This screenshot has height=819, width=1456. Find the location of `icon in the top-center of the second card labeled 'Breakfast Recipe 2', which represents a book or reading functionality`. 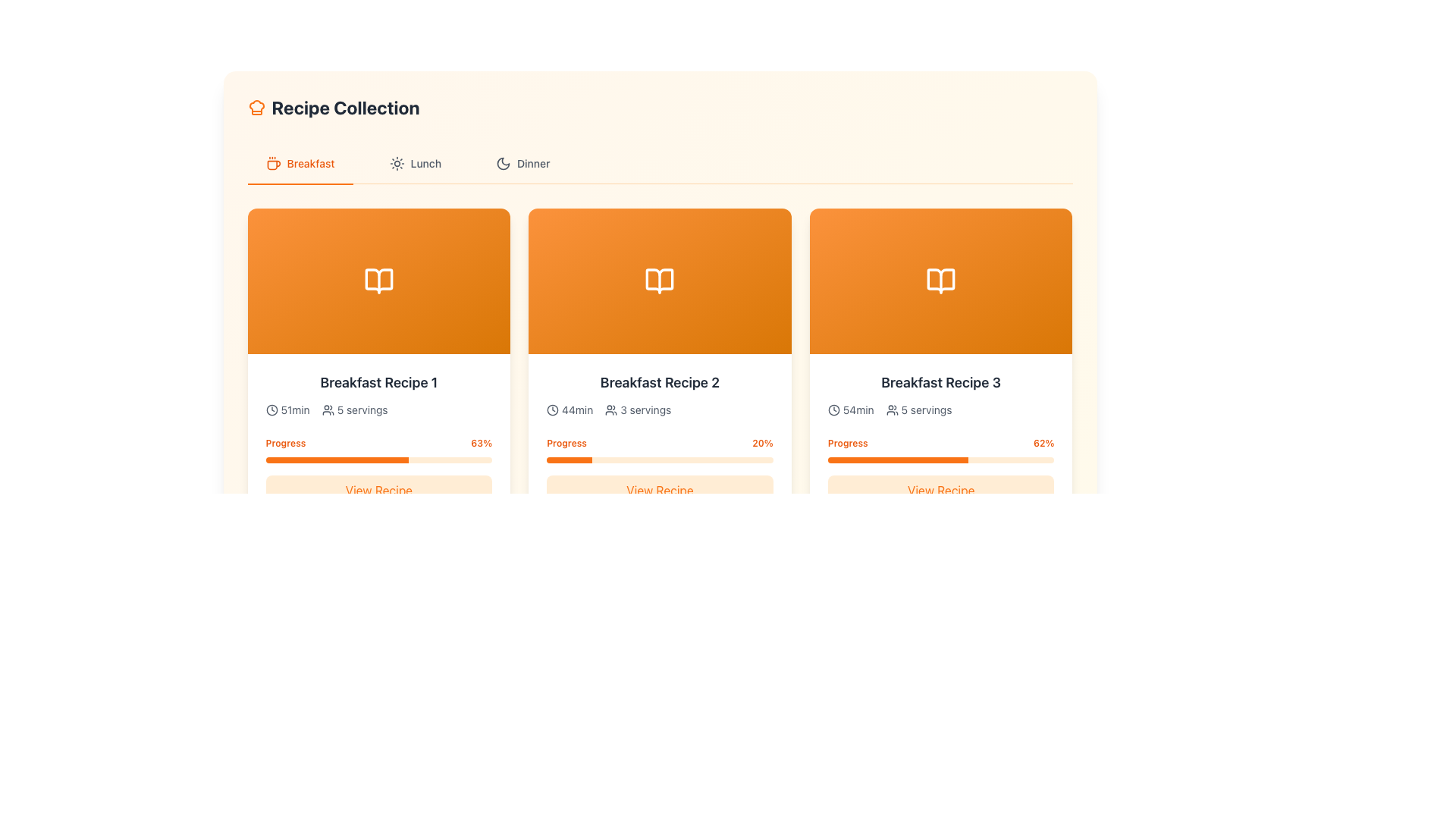

icon in the top-center of the second card labeled 'Breakfast Recipe 2', which represents a book or reading functionality is located at coordinates (660, 281).